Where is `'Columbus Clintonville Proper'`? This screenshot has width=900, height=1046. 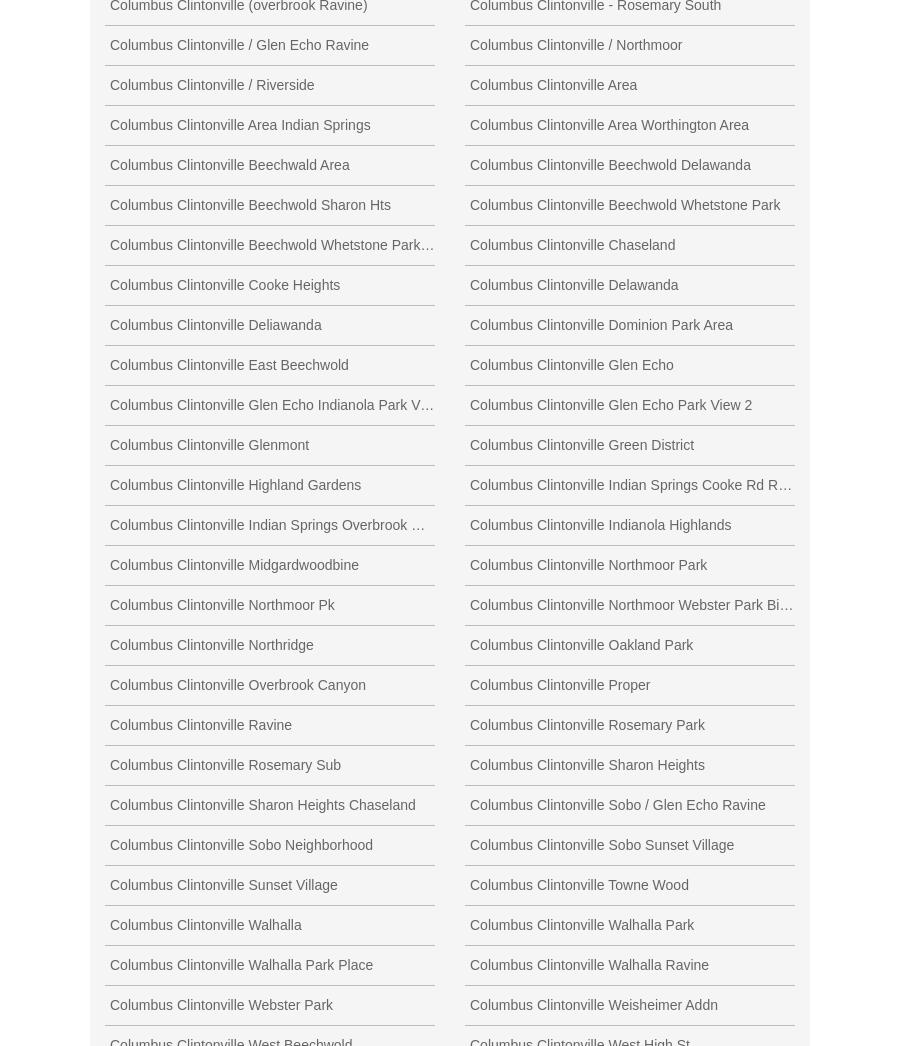
'Columbus Clintonville Proper' is located at coordinates (558, 683).